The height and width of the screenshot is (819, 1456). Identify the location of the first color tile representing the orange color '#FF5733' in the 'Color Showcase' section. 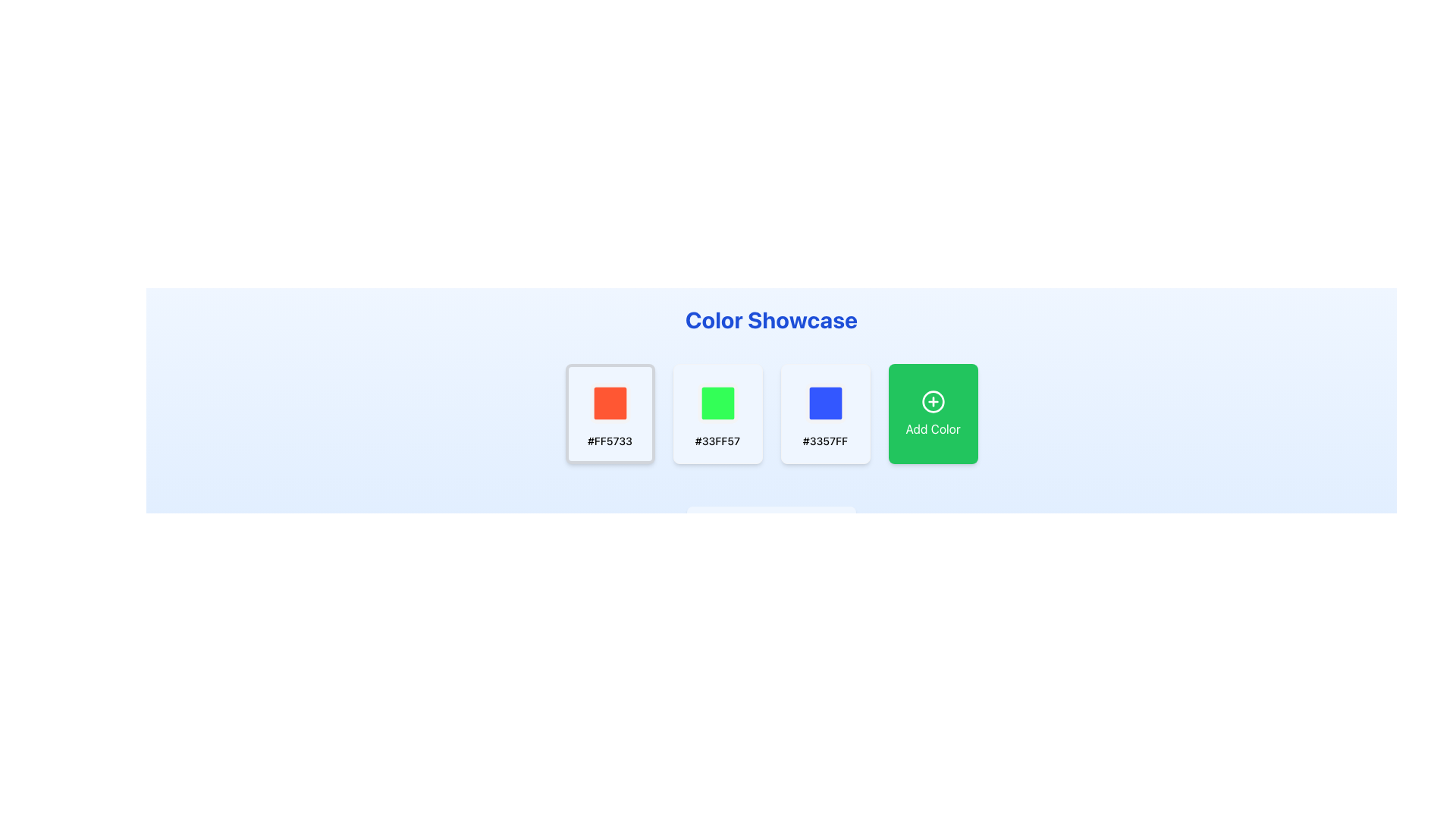
(610, 403).